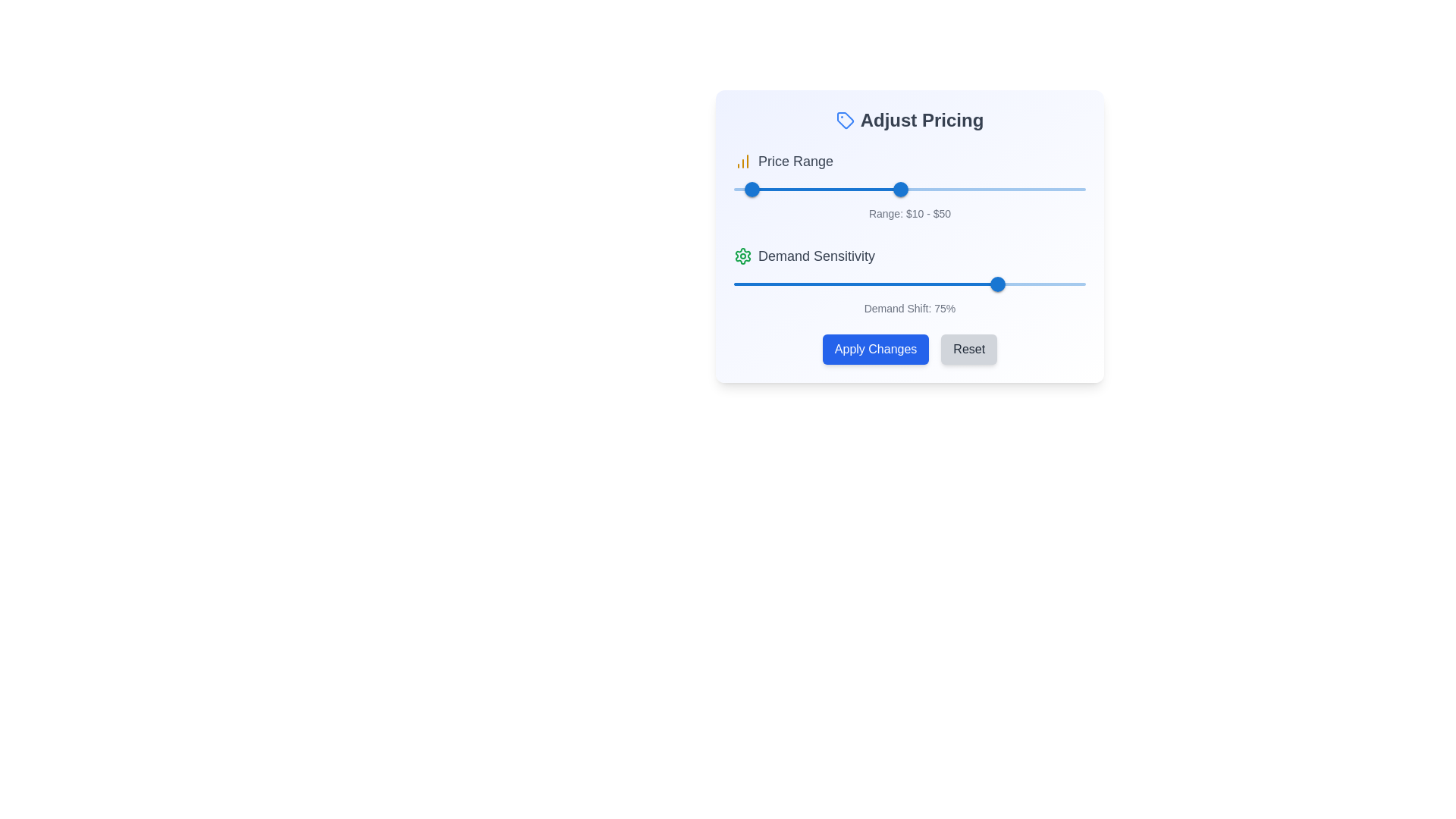  What do you see at coordinates (861, 189) in the screenshot?
I see `the Price Range slider` at bounding box center [861, 189].